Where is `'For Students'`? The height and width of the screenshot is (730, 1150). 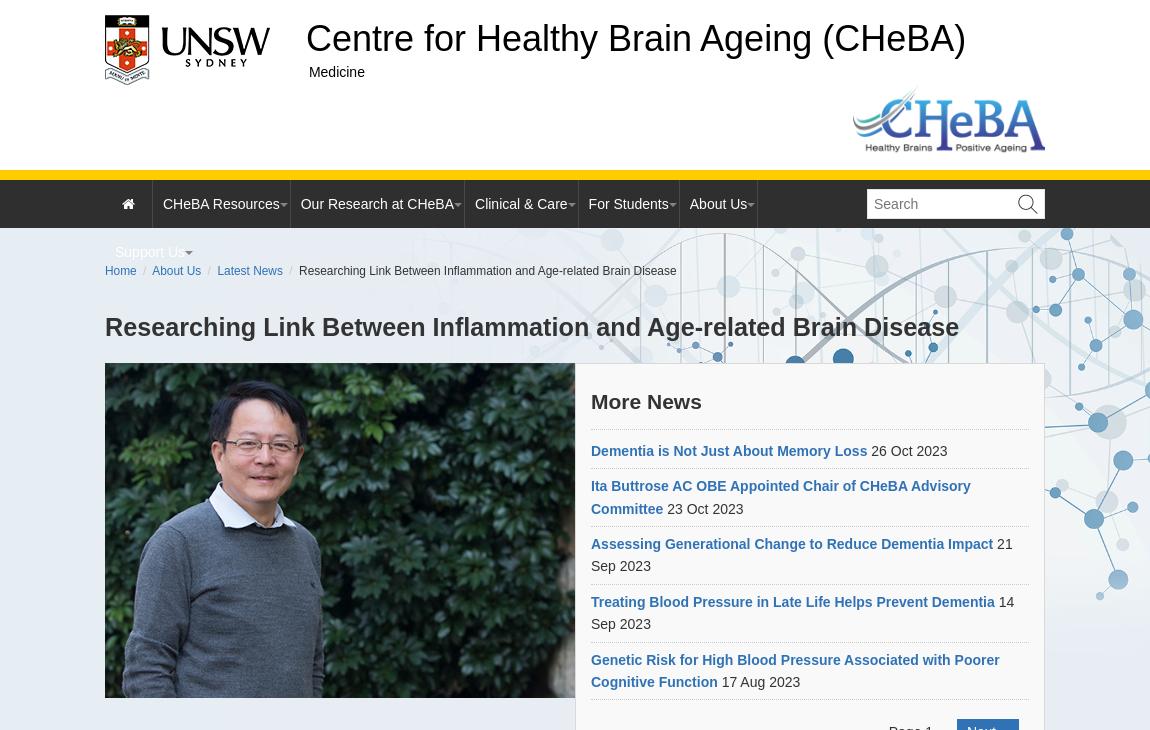
'For Students' is located at coordinates (627, 204).